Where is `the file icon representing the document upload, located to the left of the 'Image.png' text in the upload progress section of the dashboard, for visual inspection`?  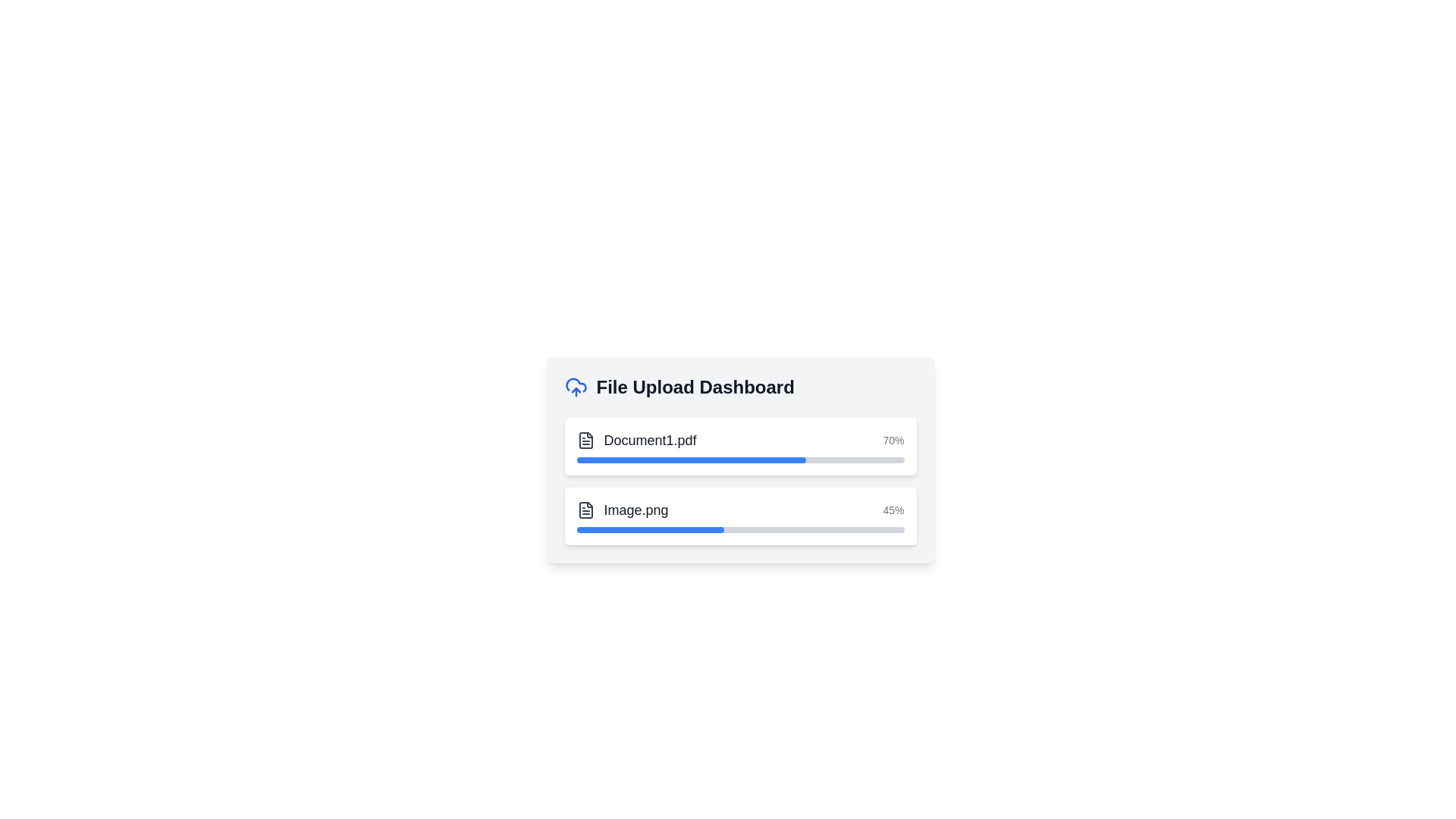
the file icon representing the document upload, located to the left of the 'Image.png' text in the upload progress section of the dashboard, for visual inspection is located at coordinates (585, 510).